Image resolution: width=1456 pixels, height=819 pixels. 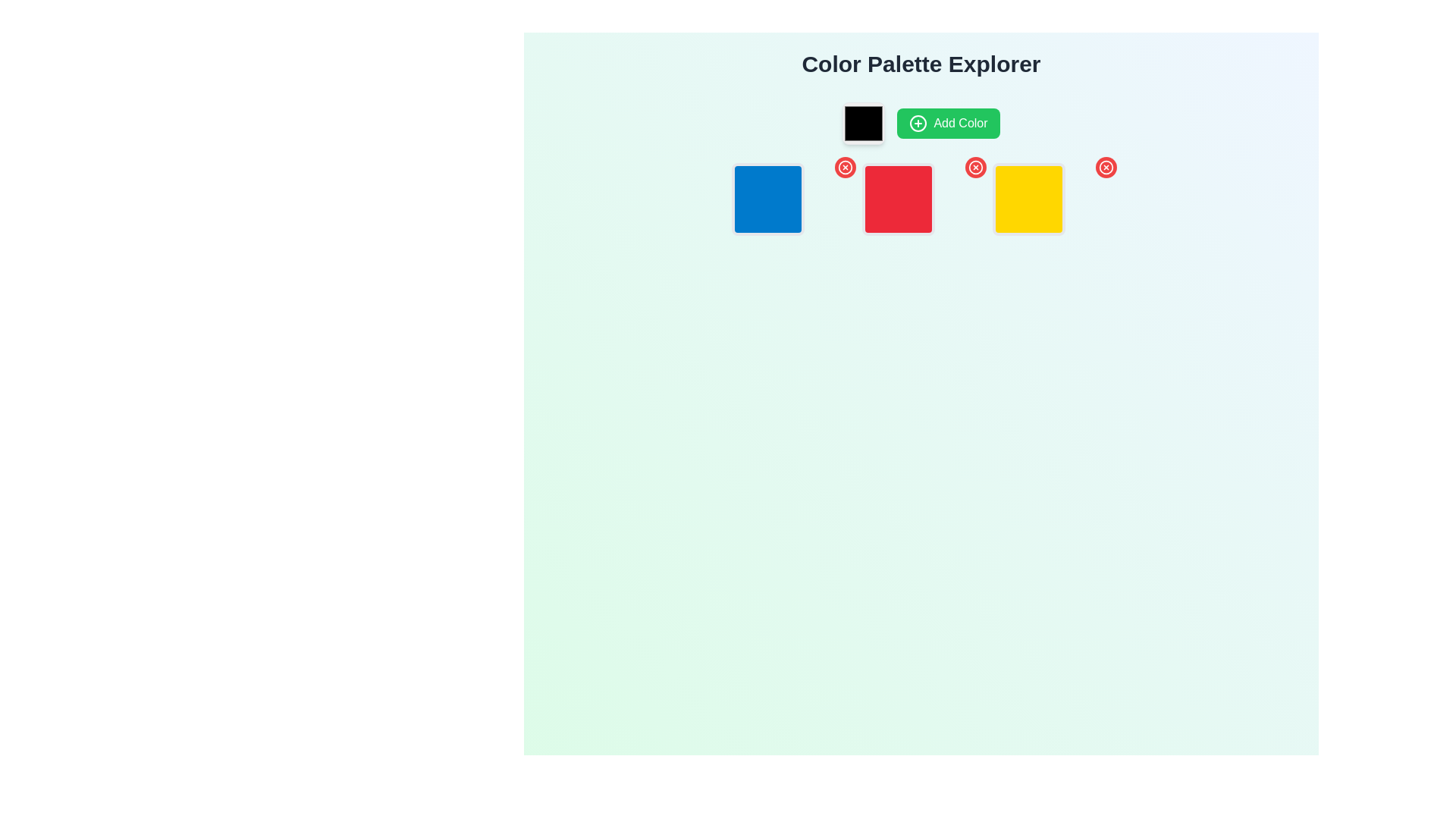 I want to click on to select or interact with the red color block display located below the 'Add Color' button in the color palette grid, so click(x=920, y=198).